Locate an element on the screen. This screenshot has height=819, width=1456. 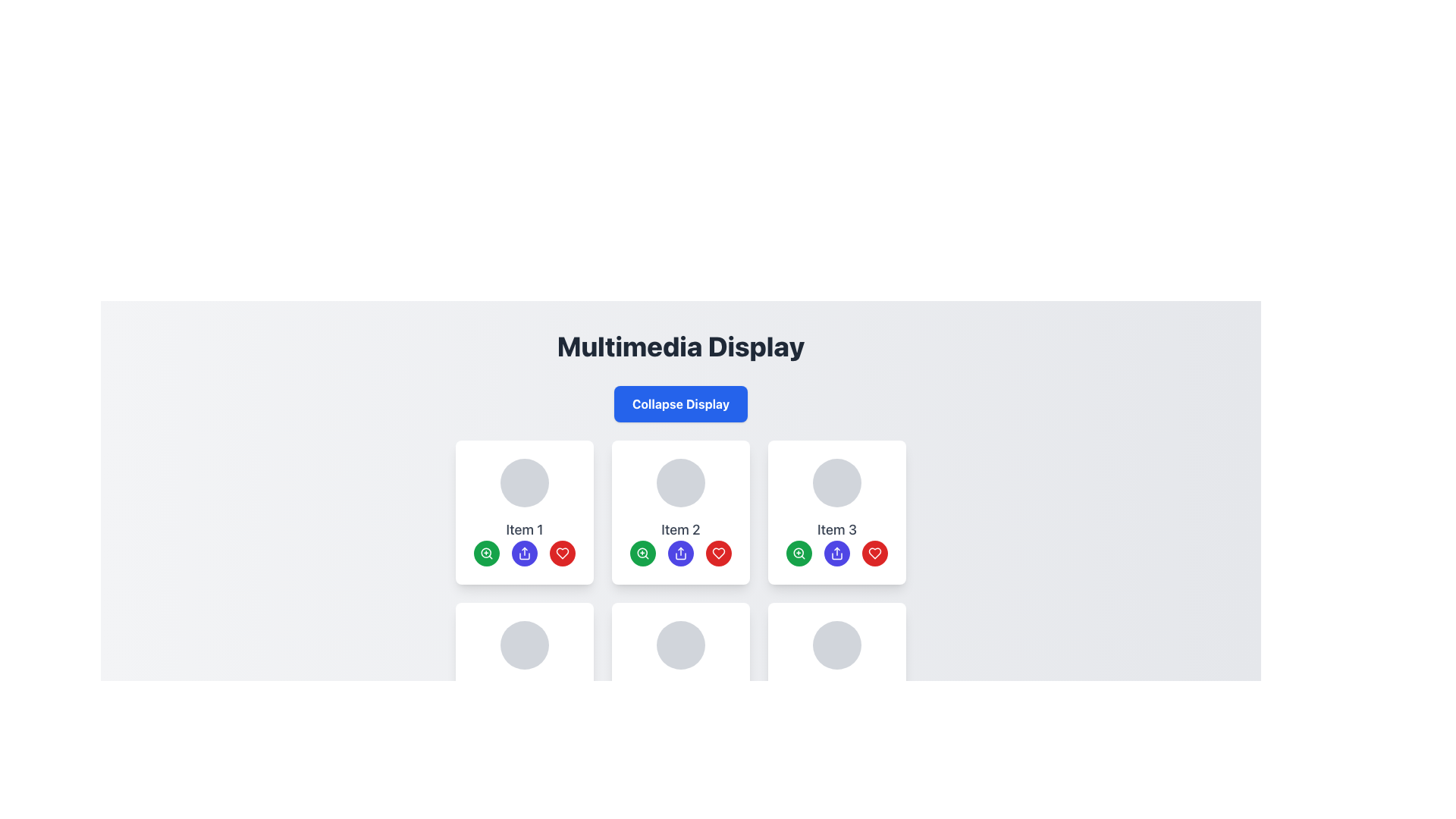
the 'Item 2' card located in the central position of the top row in a three-column grid layout is located at coordinates (679, 512).